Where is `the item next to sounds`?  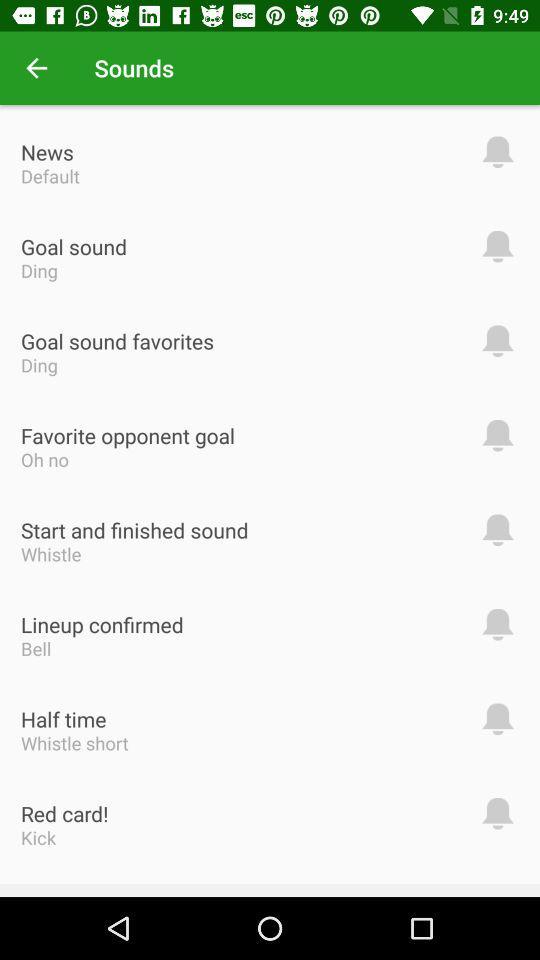 the item next to sounds is located at coordinates (36, 68).